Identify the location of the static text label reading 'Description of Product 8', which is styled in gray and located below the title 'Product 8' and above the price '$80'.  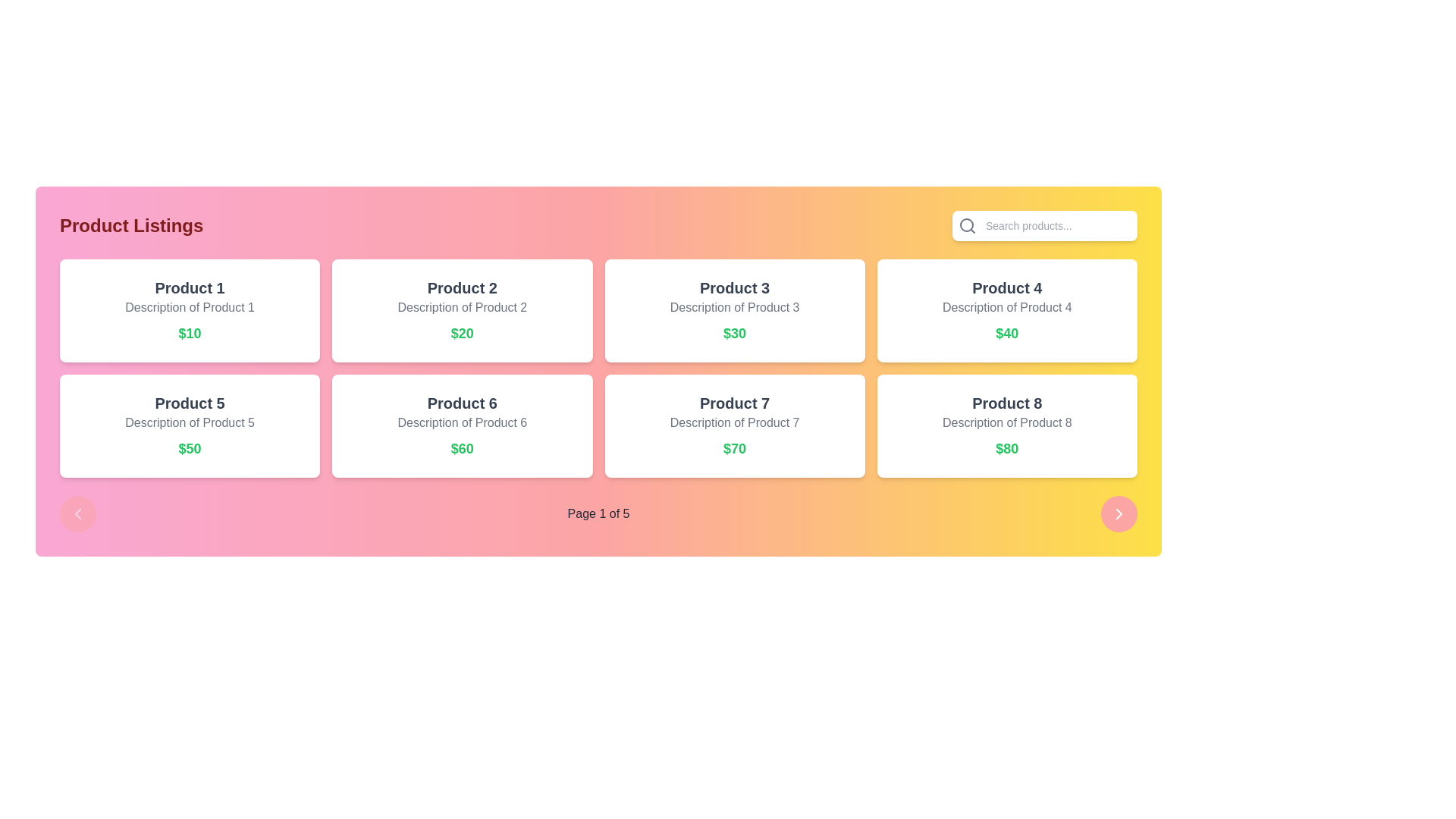
(1007, 423).